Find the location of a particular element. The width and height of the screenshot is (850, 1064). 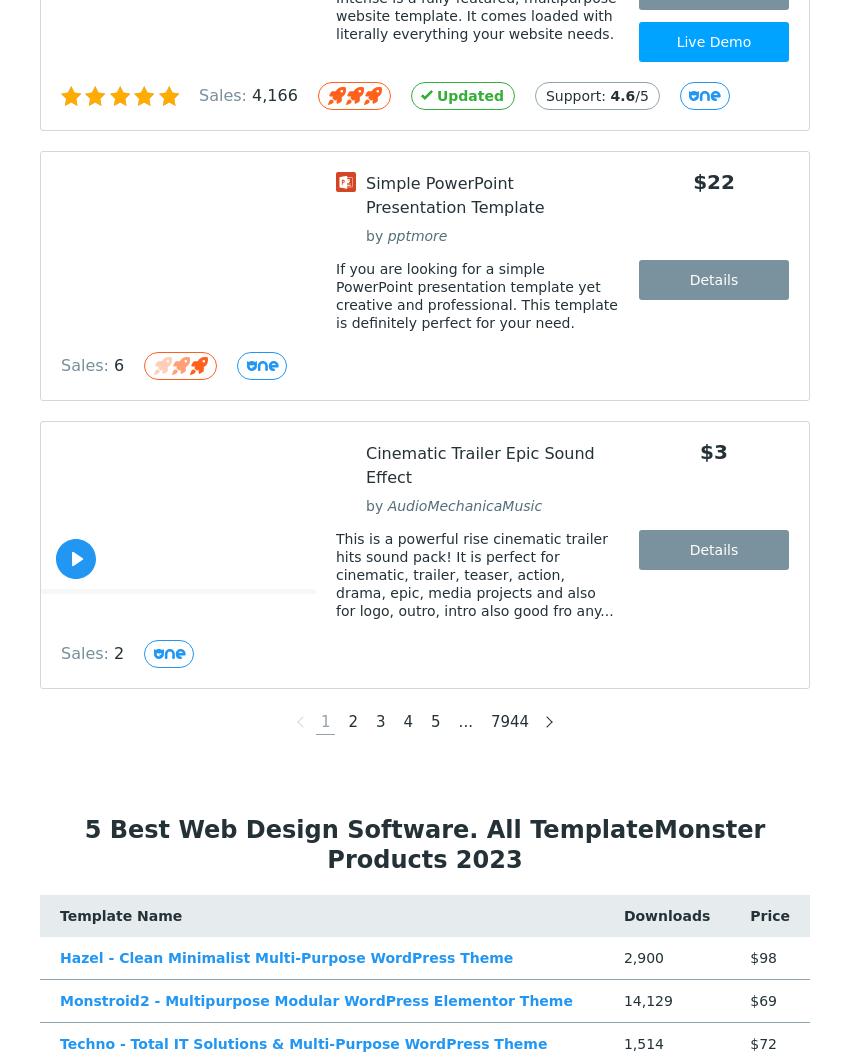

'4.6' is located at coordinates (621, 95).